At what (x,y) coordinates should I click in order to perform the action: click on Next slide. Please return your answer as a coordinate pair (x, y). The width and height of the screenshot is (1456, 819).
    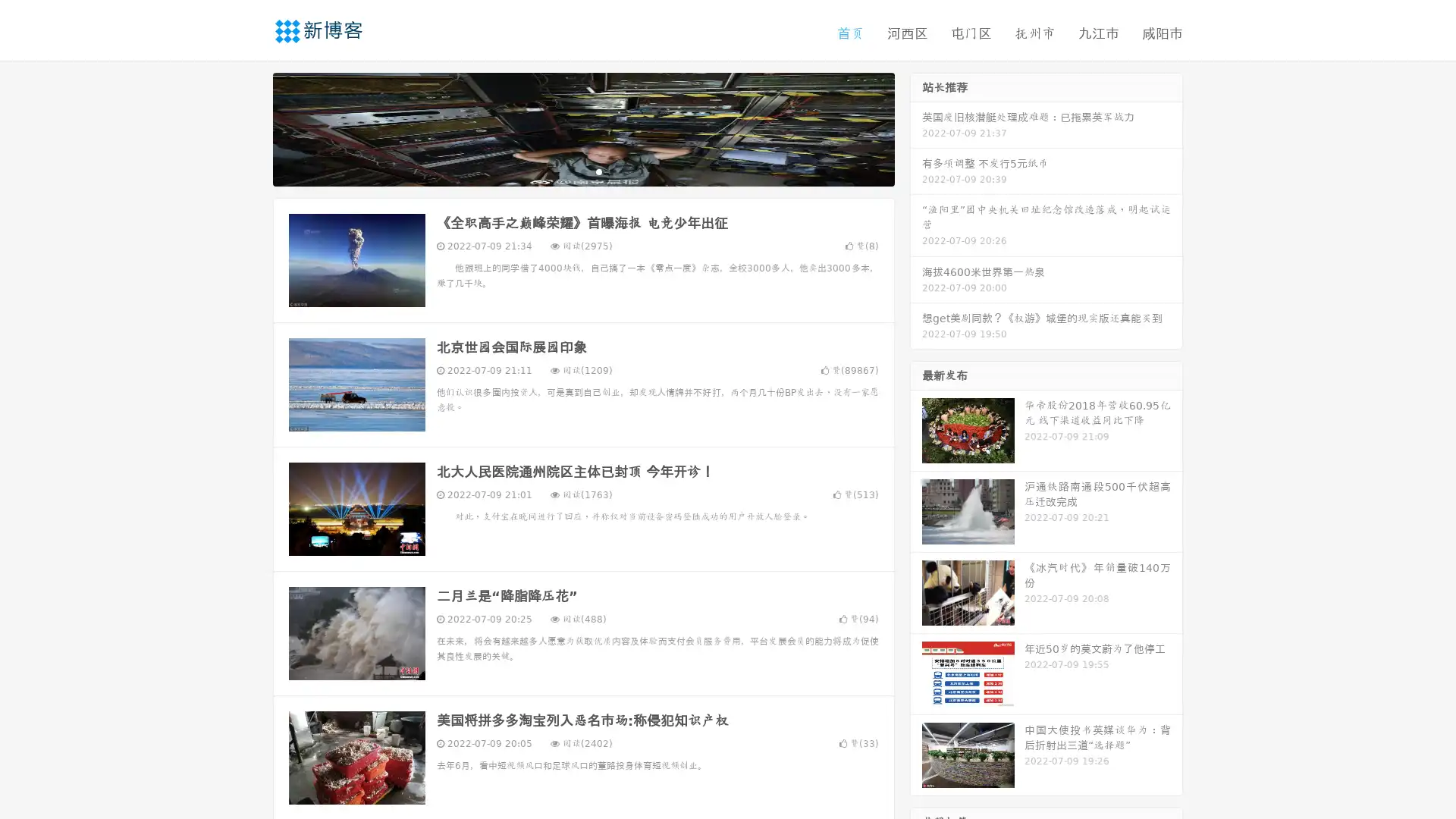
    Looking at the image, I should click on (916, 127).